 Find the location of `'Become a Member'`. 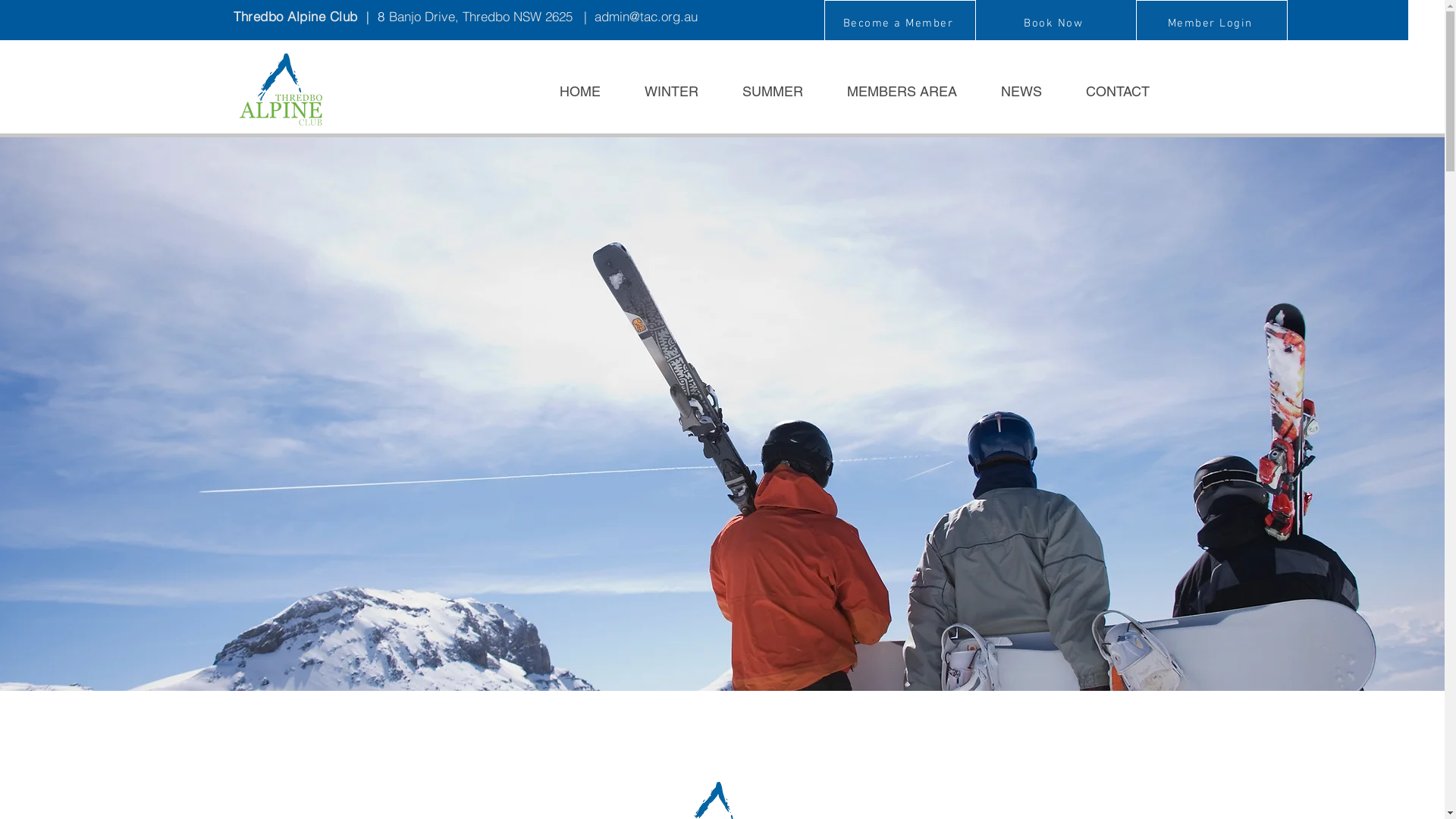

'Become a Member' is located at coordinates (899, 23).